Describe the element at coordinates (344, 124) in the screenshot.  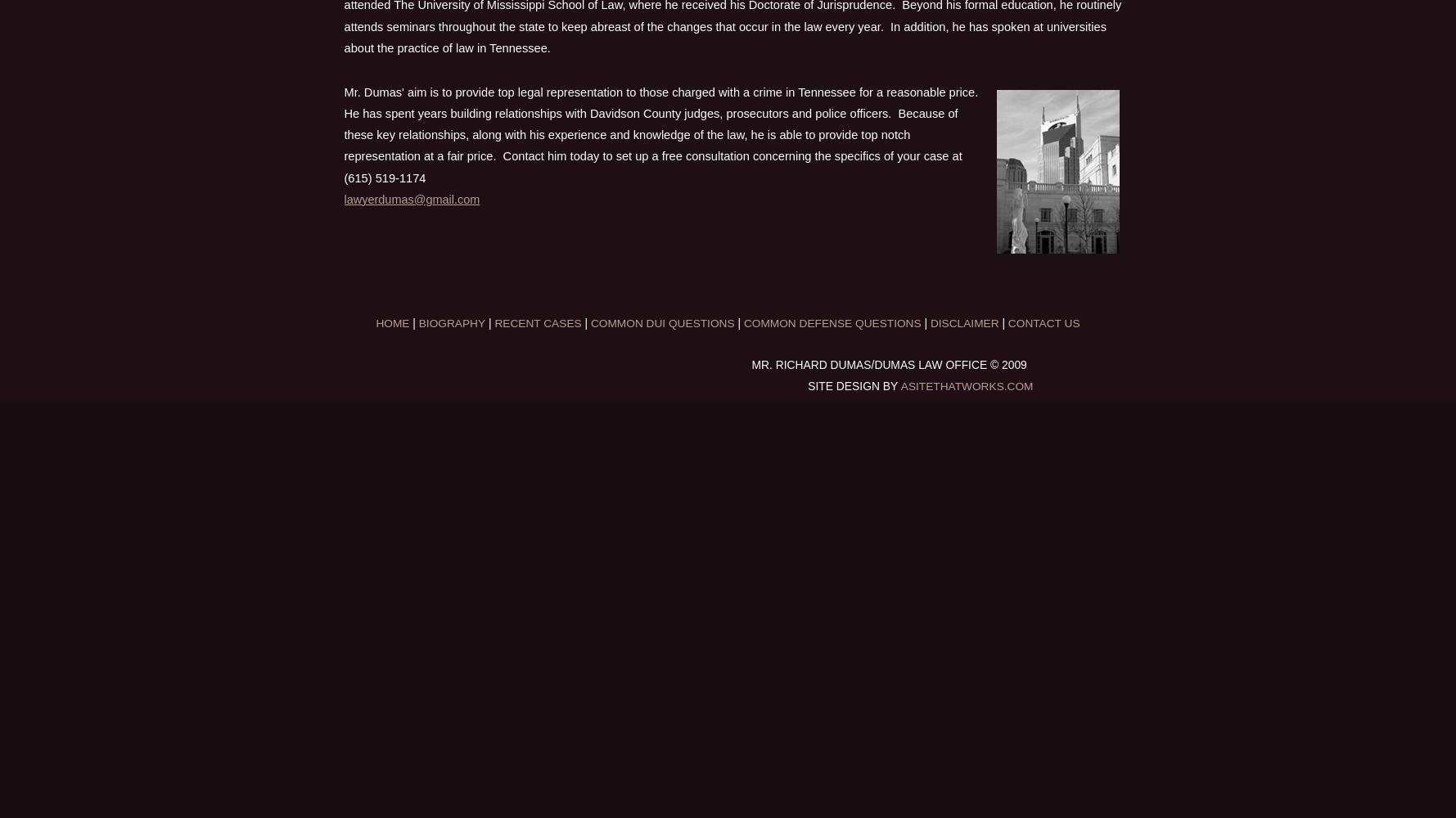
I see `'Mr. Dumas' aim is to provide top legal representation to those charged with a crime in Tennessee for a reasonable price.  He has spent years building relationships with Davidson County judges, prosecutors and police officers.  Because of these key relationships, along with his experience and knowledge of the law, he is able to provide top notch representation at a fair price.  Contact him today to set up a free consultation concerning the specifics of your case at'` at that location.